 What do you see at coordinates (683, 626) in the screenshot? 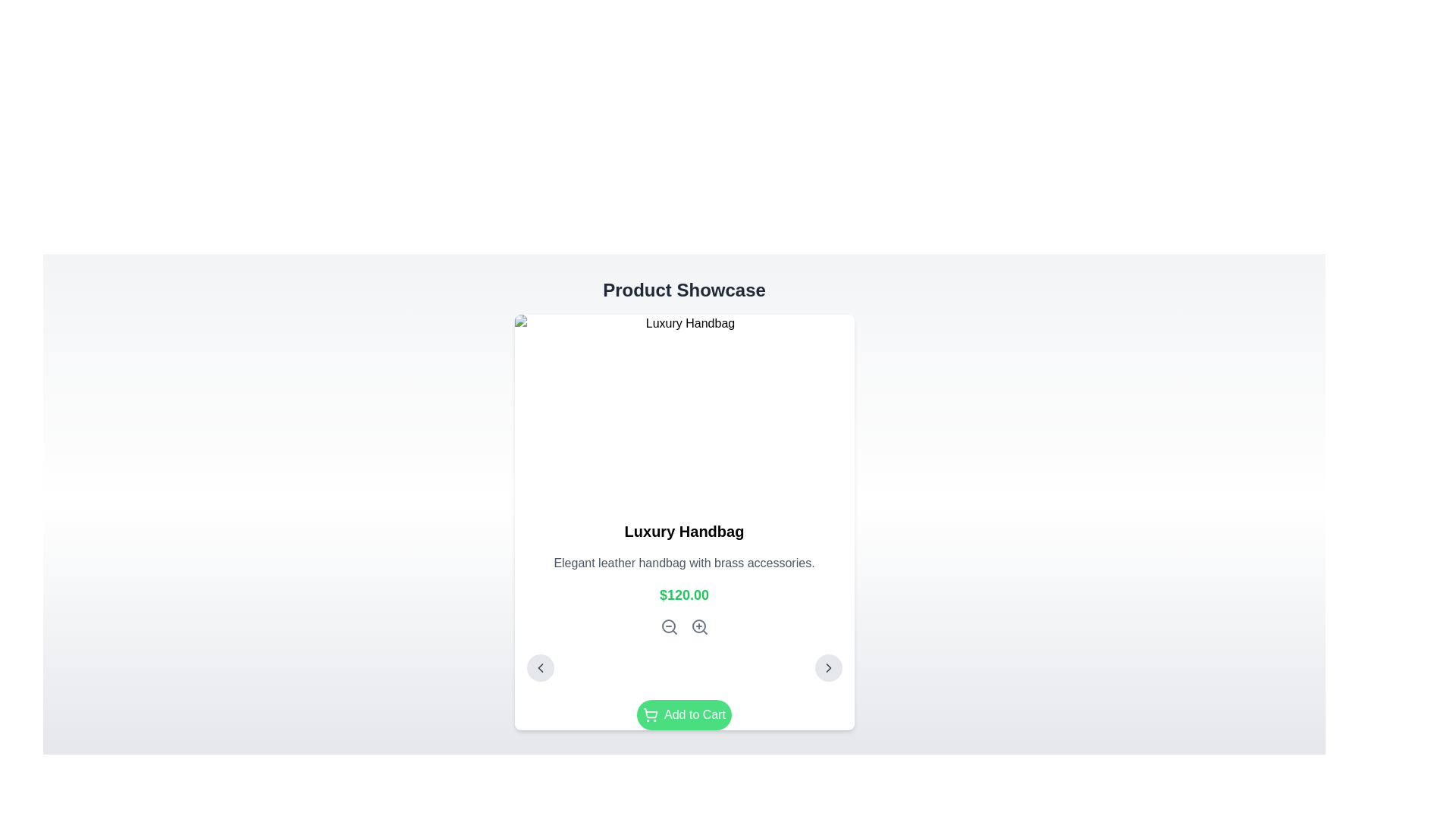
I see `the left button (magnifying glass with a minus sign) in the zoom controller group located below the price text ($120.00) in the product details card to zoom out` at bounding box center [683, 626].